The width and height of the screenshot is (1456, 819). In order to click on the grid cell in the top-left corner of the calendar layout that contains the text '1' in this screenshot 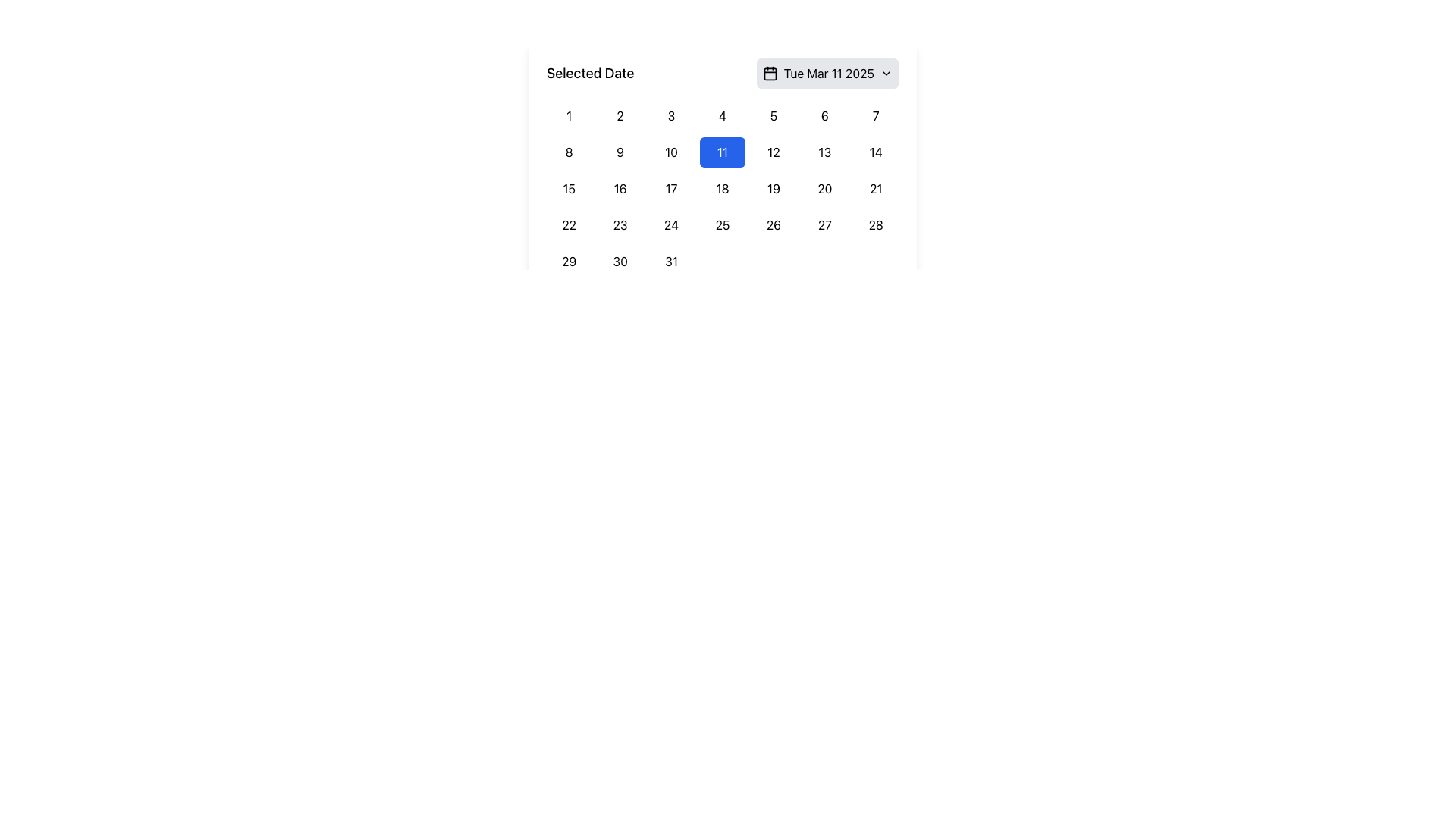, I will do `click(568, 115)`.